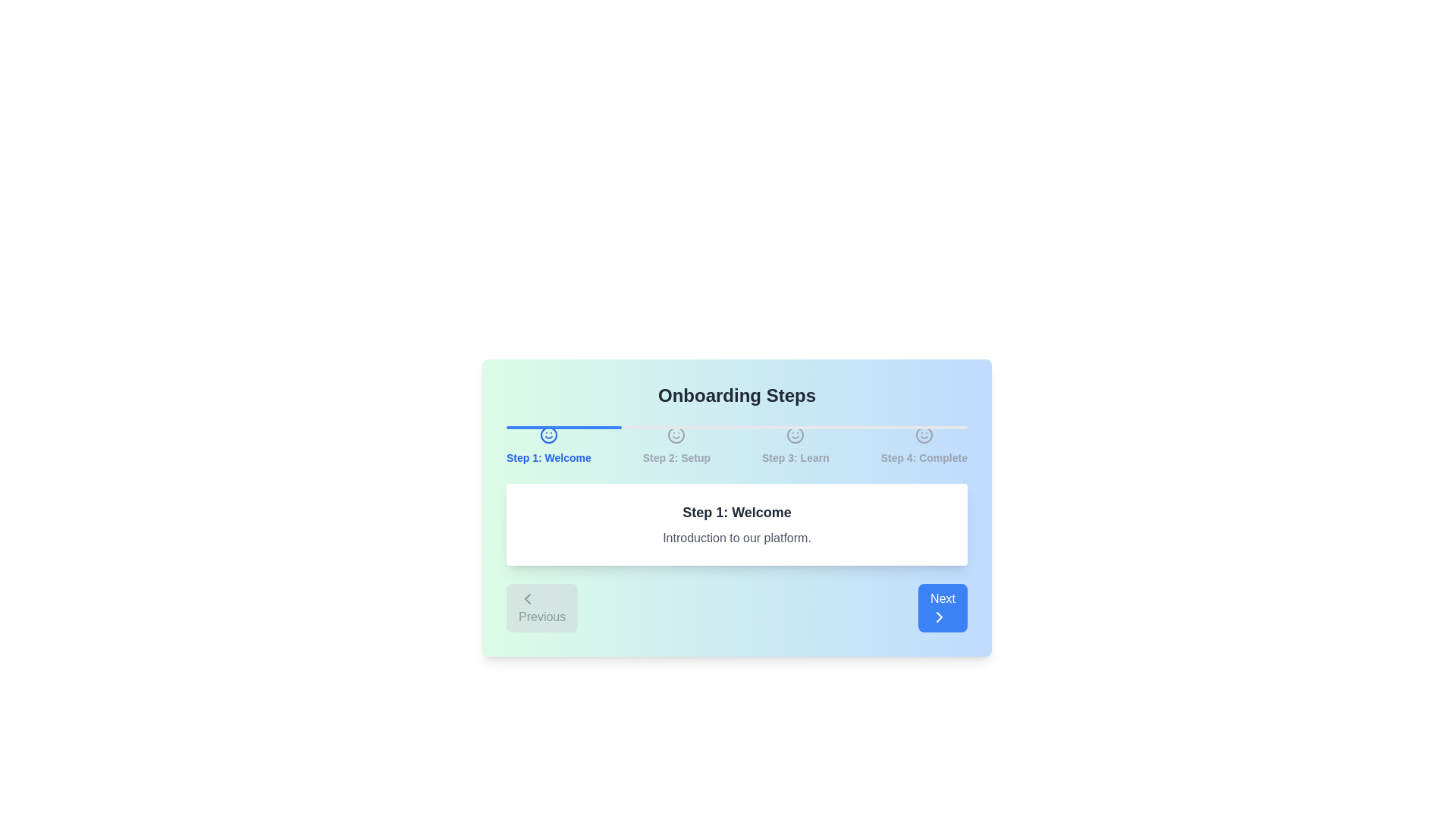 The width and height of the screenshot is (1456, 819). Describe the element at coordinates (542, 607) in the screenshot. I see `the 'Previous' button, which is a light gray rectangular button with a leftward arrow icon, located at the bottom-left corner of the card interface` at that location.